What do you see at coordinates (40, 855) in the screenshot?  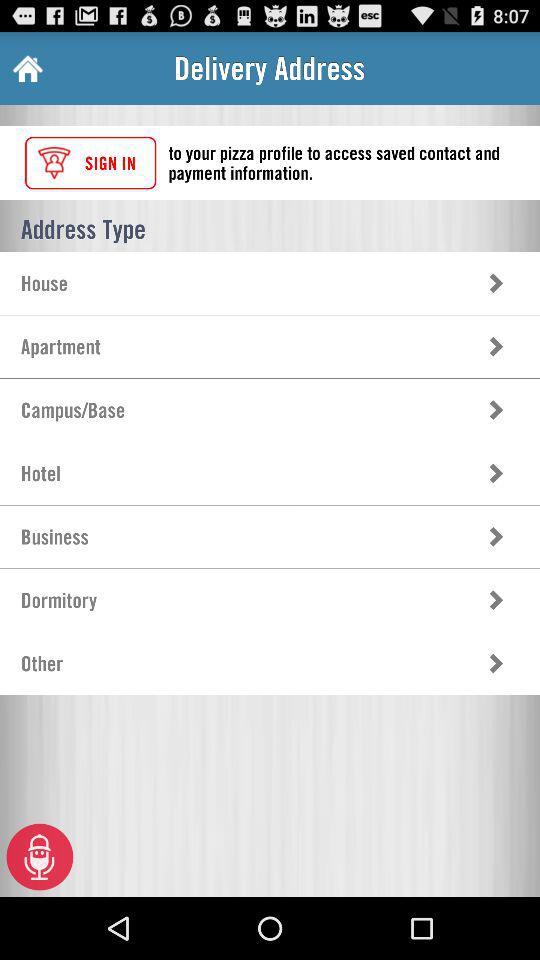 I see `the item below the other item` at bounding box center [40, 855].